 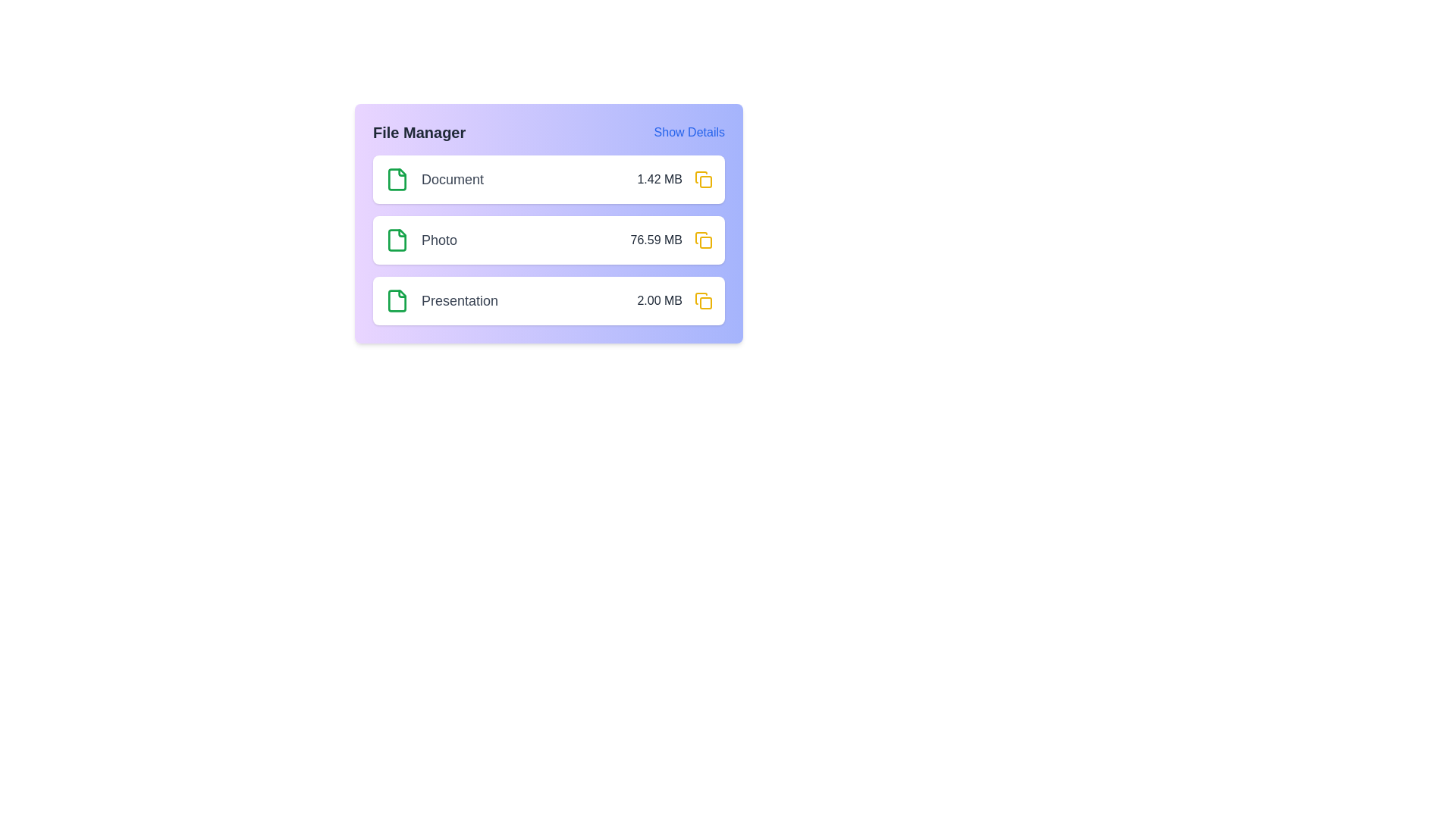 What do you see at coordinates (705, 303) in the screenshot?
I see `the icon component representing an action related to the 'Presentation' file, located within the third list item aligned to the right of the '2.00 MB' text` at bounding box center [705, 303].